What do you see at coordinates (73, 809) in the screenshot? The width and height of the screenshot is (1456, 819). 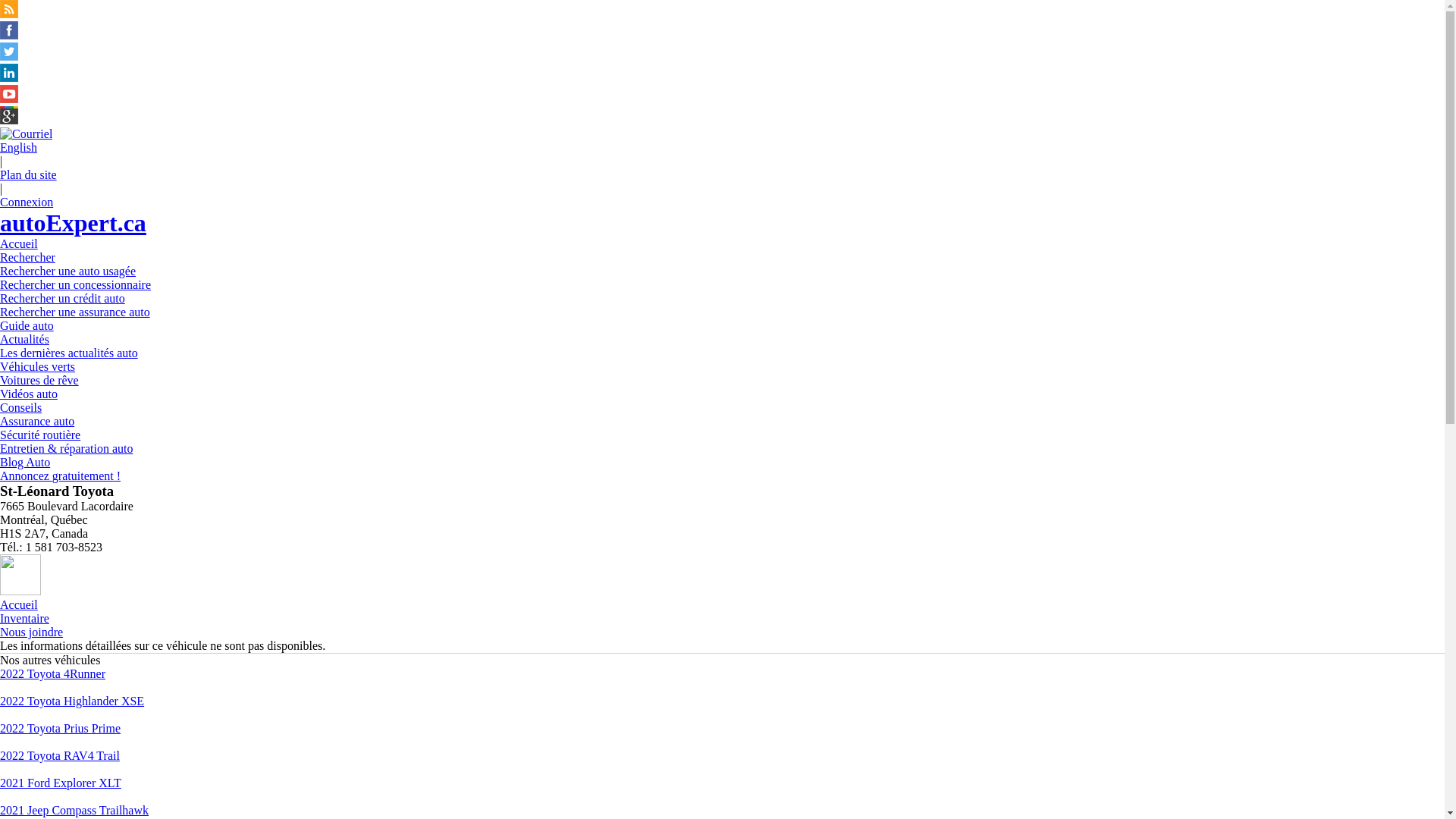 I see `'2021 Jeep Compass Trailhawk'` at bounding box center [73, 809].